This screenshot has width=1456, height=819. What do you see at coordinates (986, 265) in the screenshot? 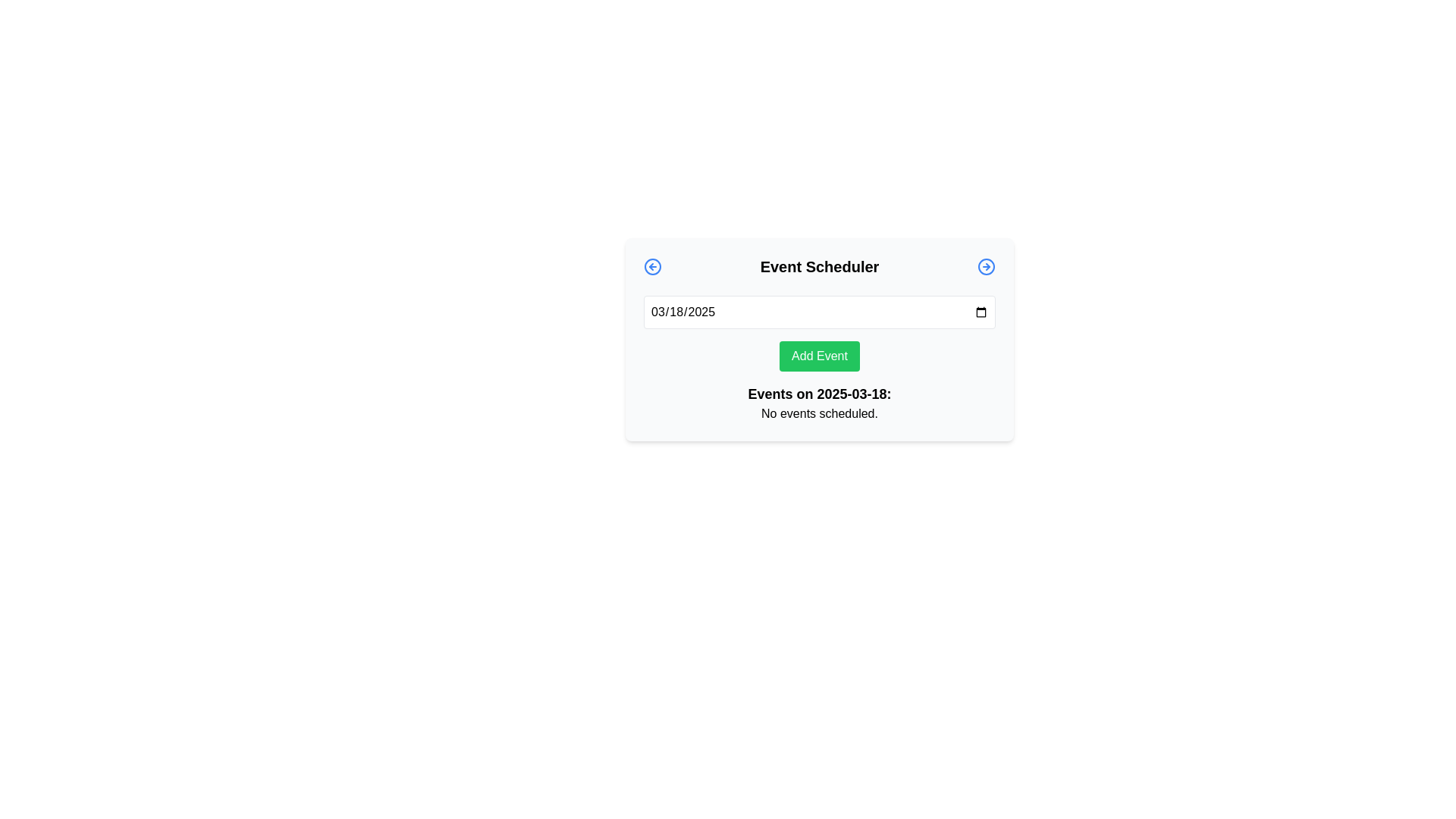
I see `the decorative circle icon in the upper-right corner of the content box, which has a blue outline and white-filled interior` at bounding box center [986, 265].